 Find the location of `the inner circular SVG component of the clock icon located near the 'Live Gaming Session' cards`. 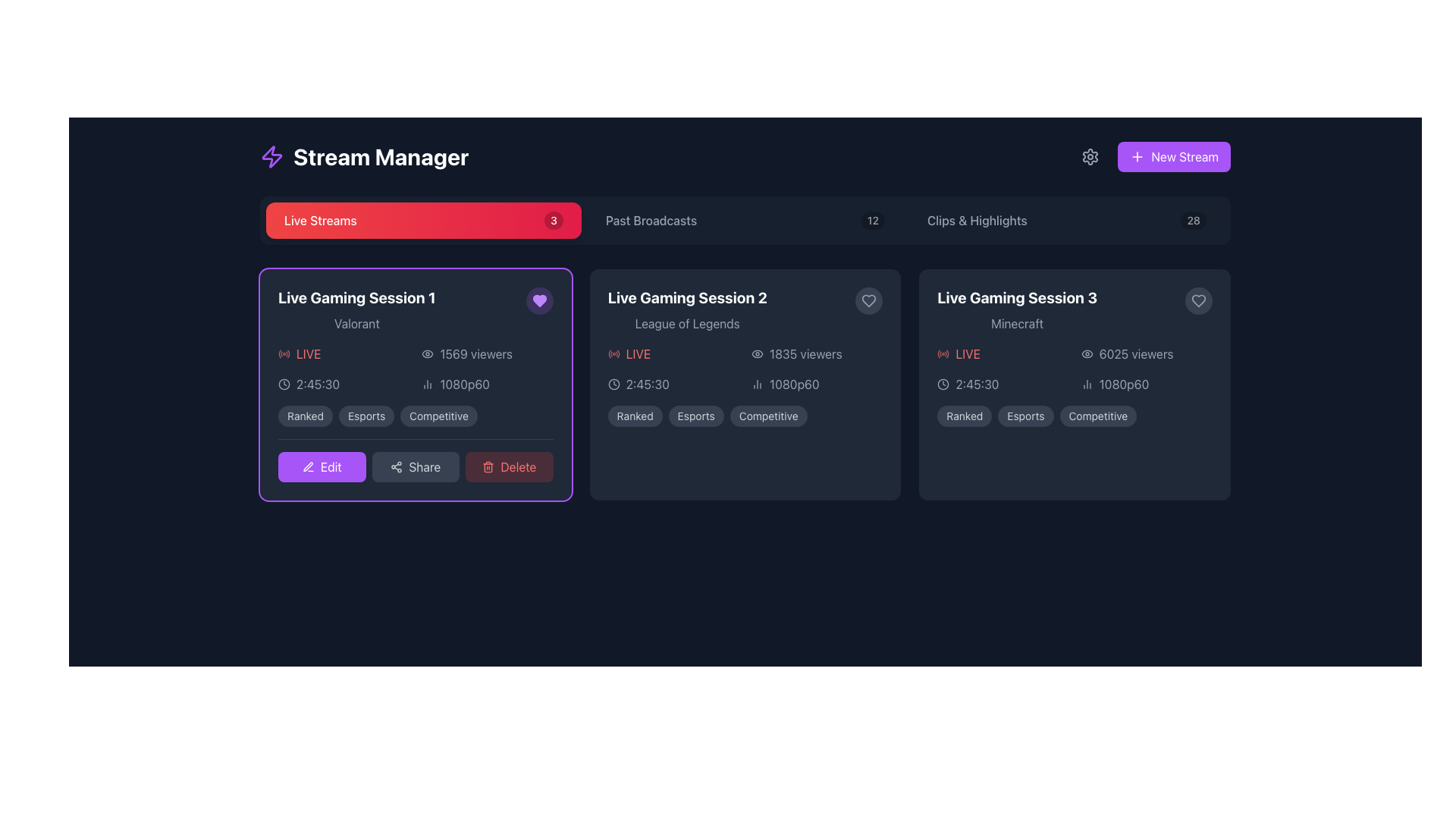

the inner circular SVG component of the clock icon located near the 'Live Gaming Session' cards is located at coordinates (613, 383).